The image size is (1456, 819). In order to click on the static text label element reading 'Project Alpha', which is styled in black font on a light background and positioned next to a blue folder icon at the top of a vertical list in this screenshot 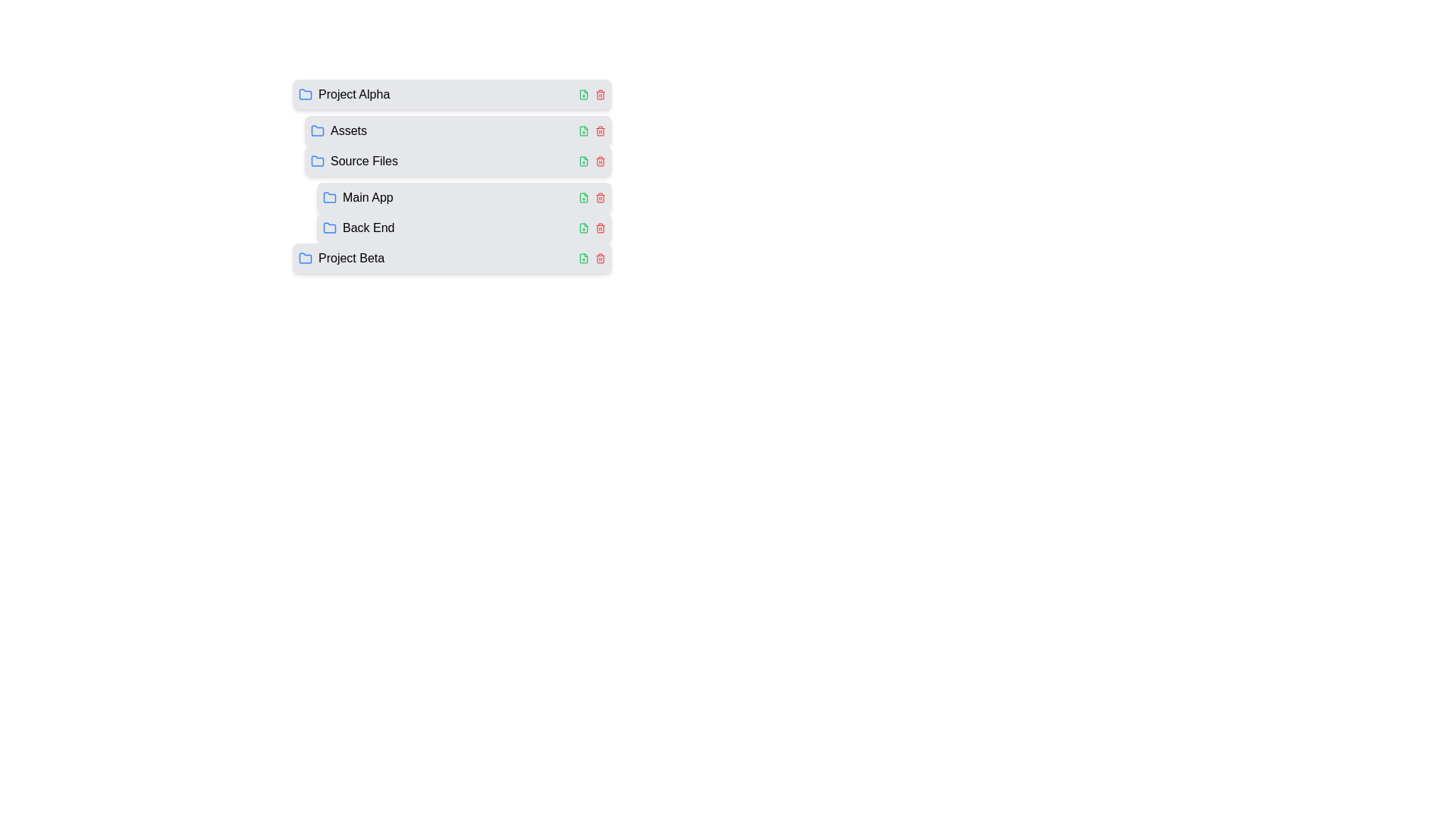, I will do `click(353, 94)`.